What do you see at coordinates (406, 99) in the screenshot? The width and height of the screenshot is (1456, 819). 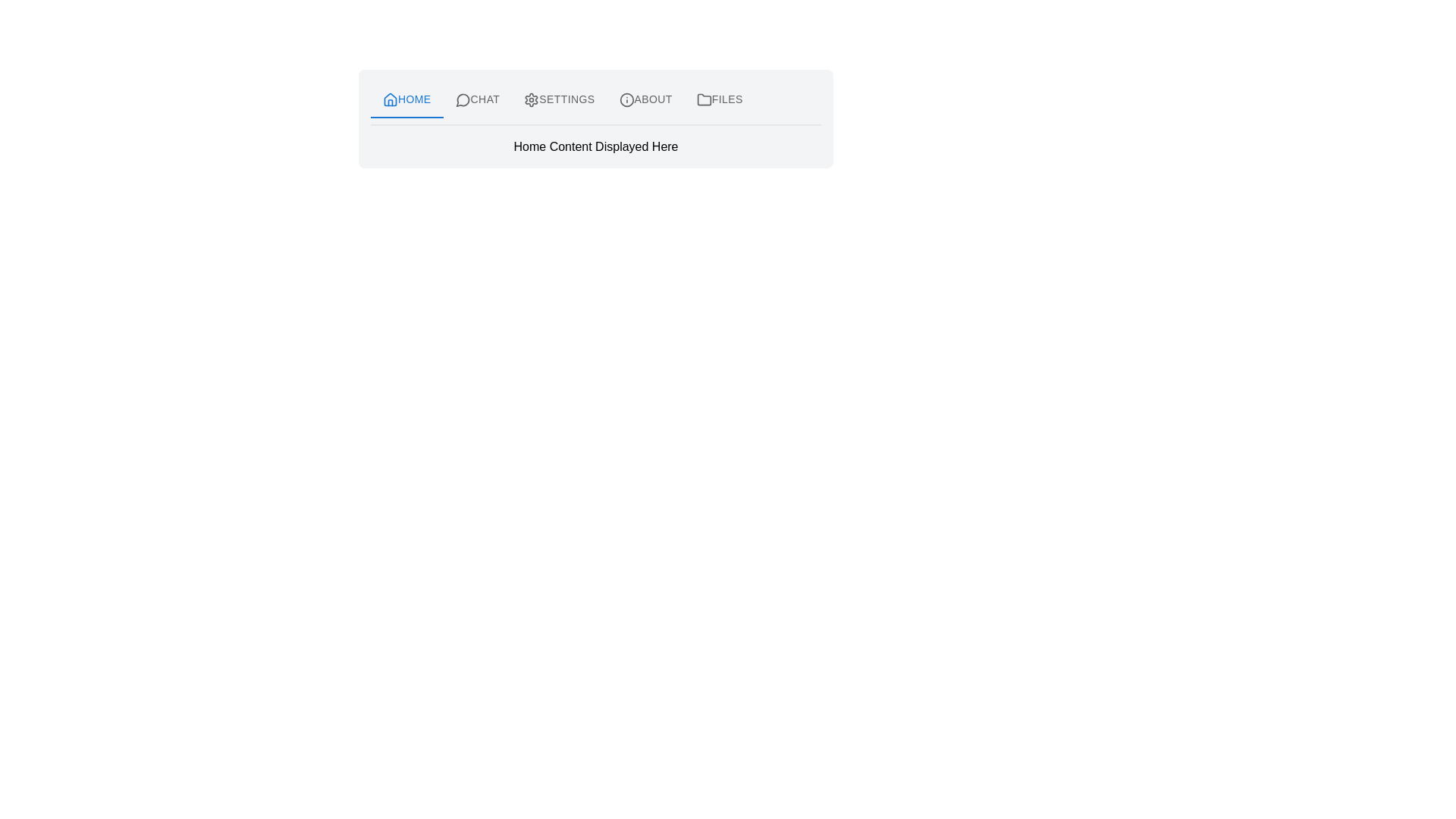 I see `the 'Home' tab with a house icon, which is the first tab in the tab bar at the top center of the interface` at bounding box center [406, 99].